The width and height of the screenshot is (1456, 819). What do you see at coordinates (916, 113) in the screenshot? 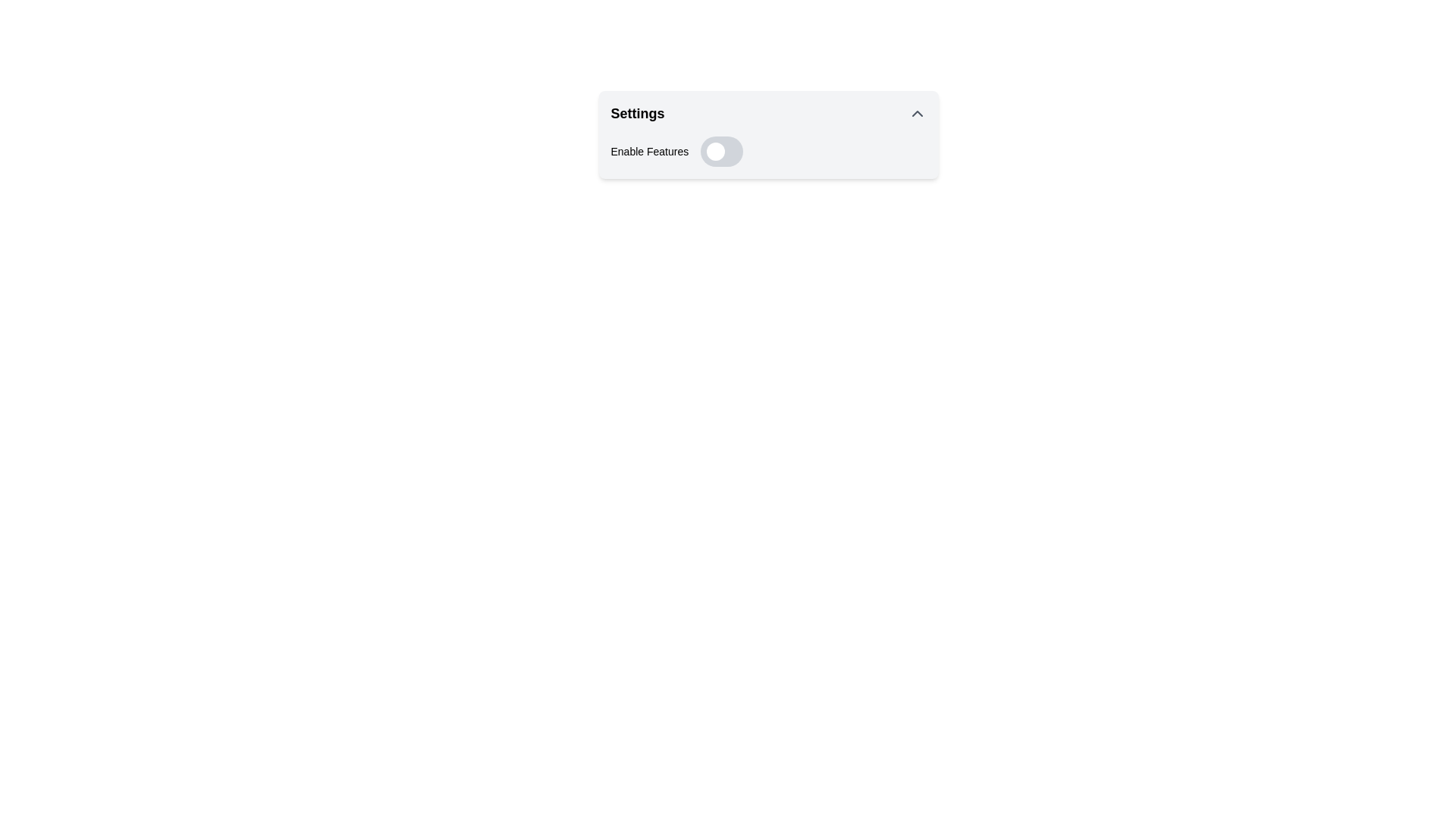
I see `the chevron-up icon located on the right side of the 'Settings' label` at bounding box center [916, 113].